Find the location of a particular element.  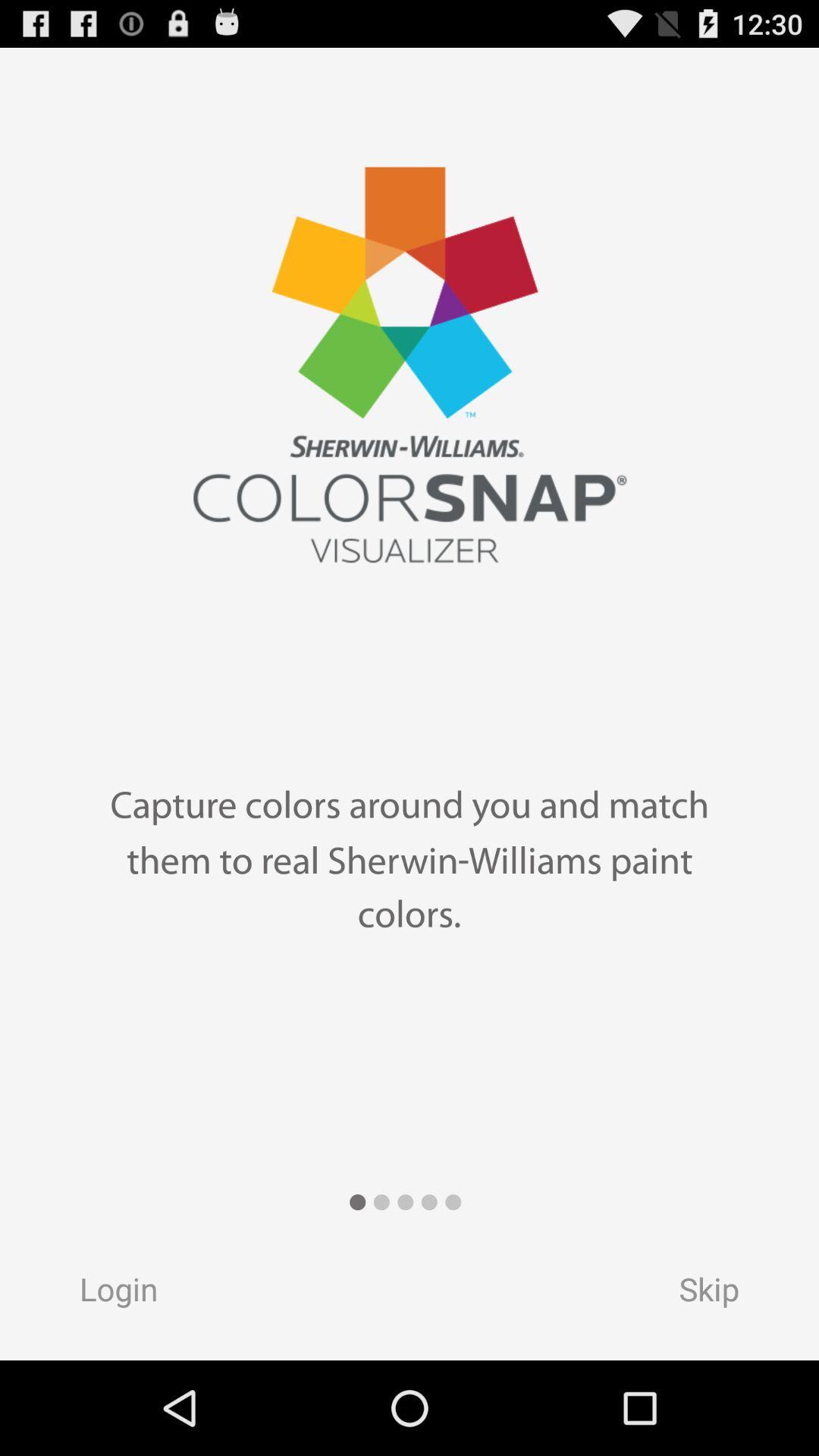

the login is located at coordinates (103, 1293).